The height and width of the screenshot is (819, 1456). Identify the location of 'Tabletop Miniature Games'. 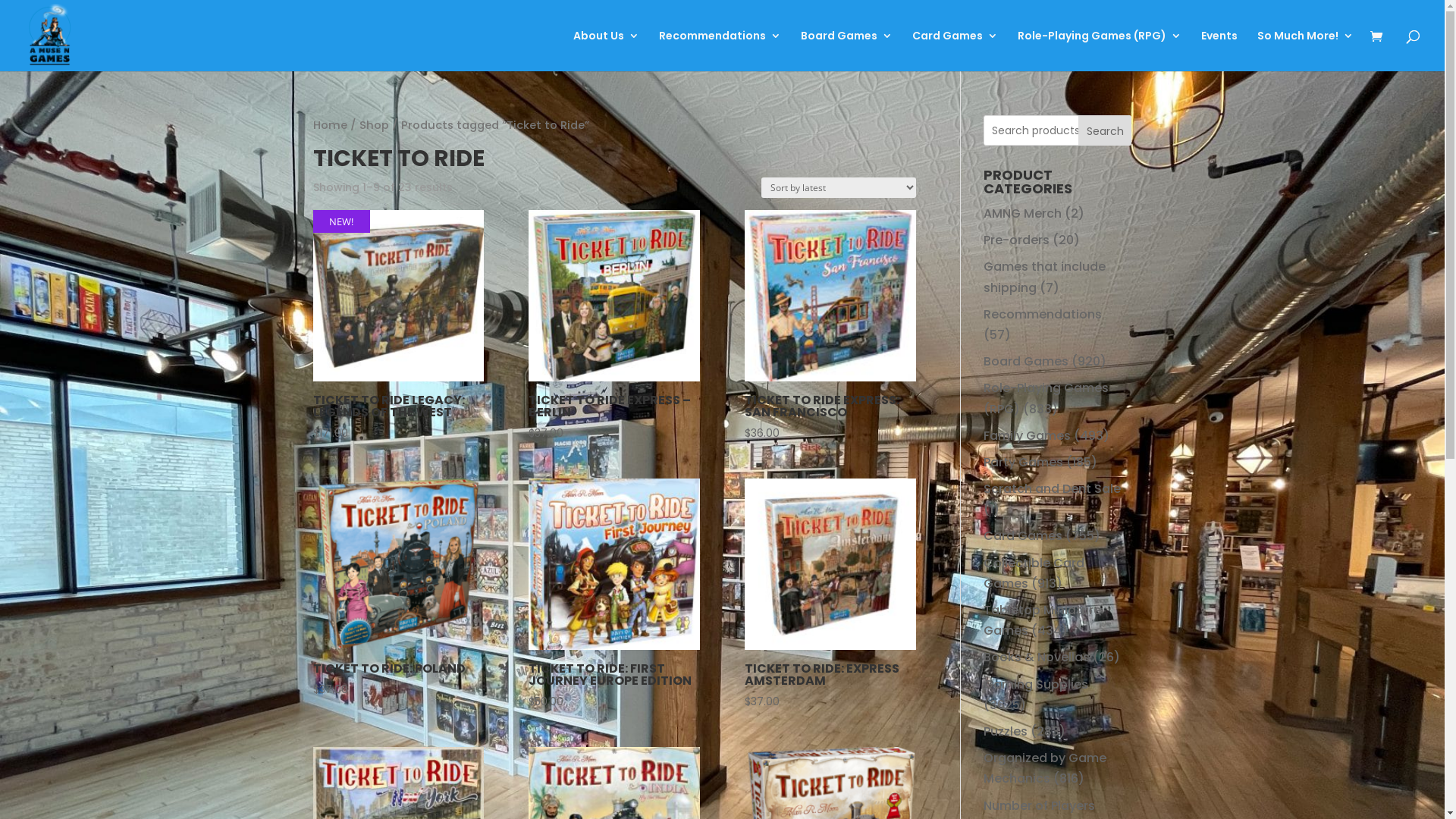
(1041, 620).